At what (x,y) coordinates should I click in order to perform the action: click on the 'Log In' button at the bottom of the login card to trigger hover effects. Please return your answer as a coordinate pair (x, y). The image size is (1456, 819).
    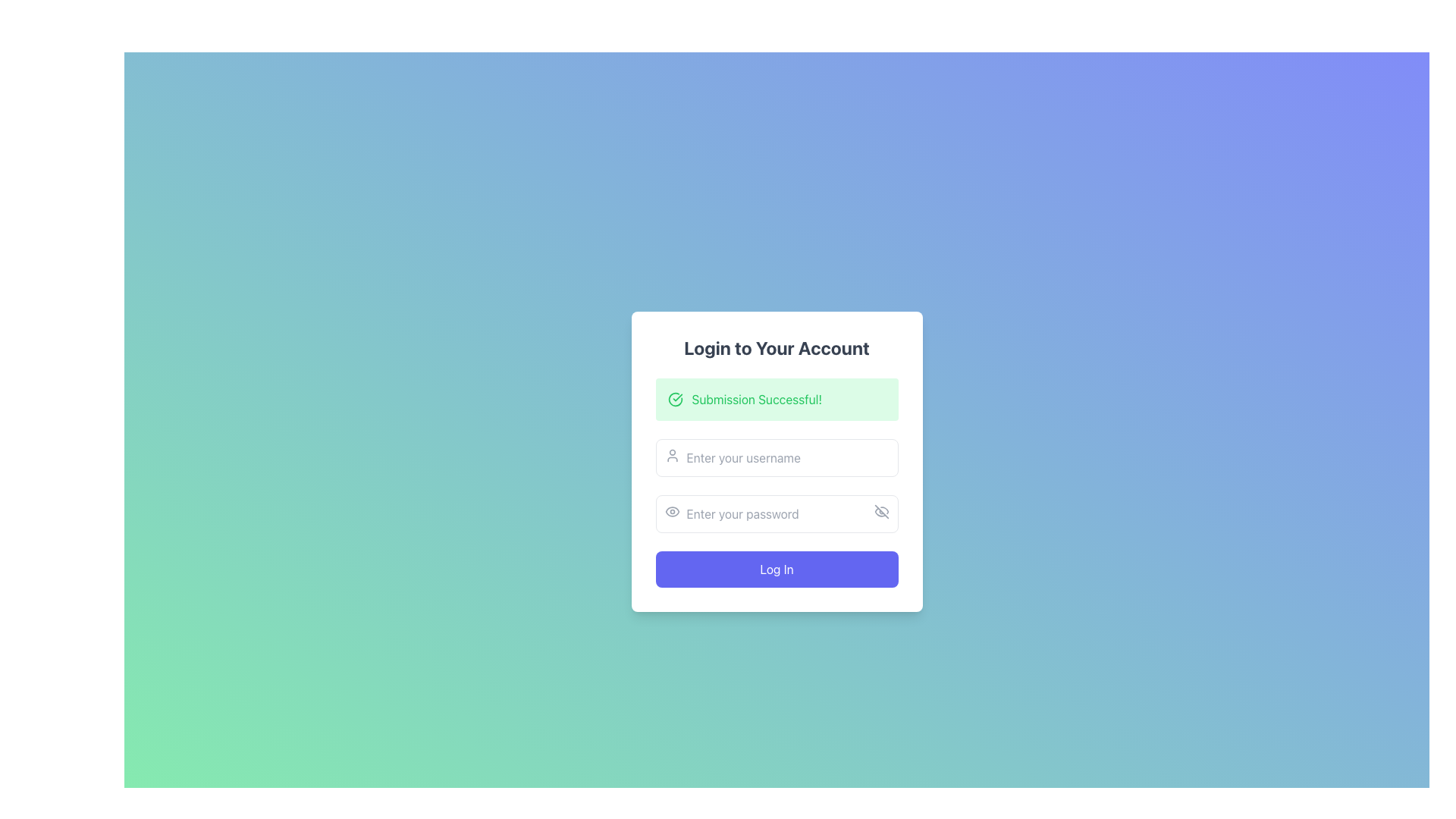
    Looking at the image, I should click on (777, 570).